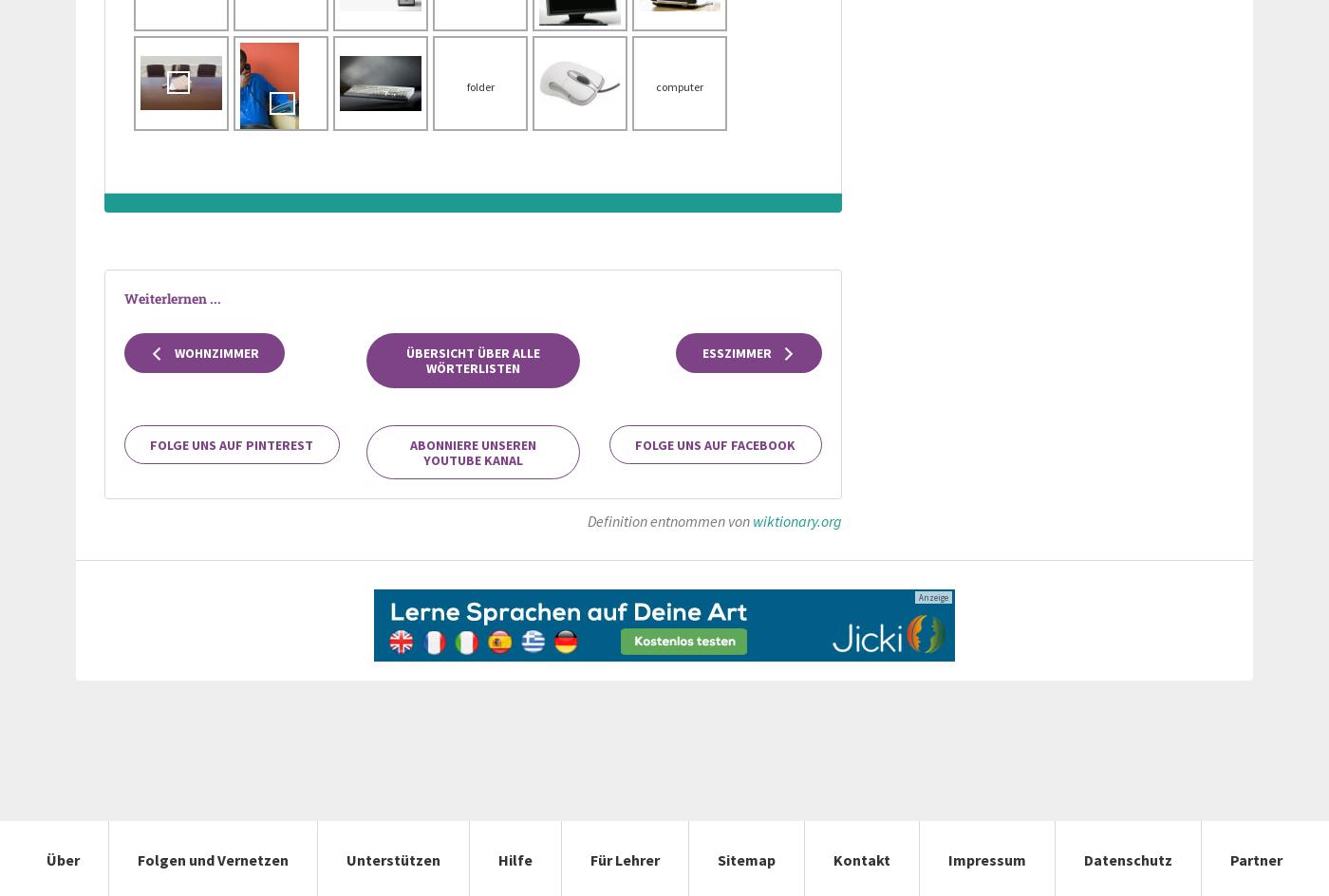 The image size is (1329, 896). Describe the element at coordinates (515, 858) in the screenshot. I see `'Hilfe'` at that location.